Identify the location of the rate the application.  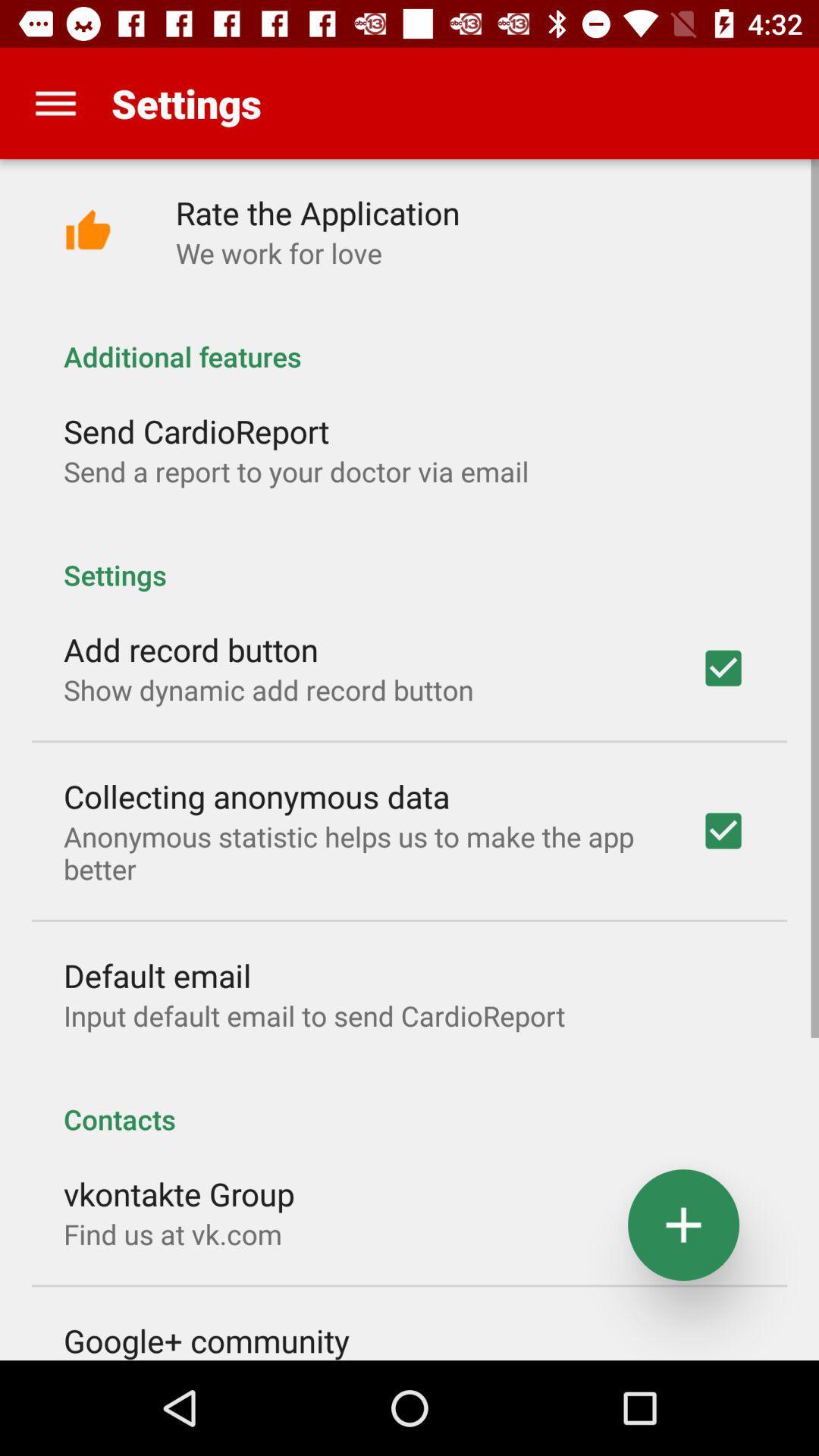
(317, 212).